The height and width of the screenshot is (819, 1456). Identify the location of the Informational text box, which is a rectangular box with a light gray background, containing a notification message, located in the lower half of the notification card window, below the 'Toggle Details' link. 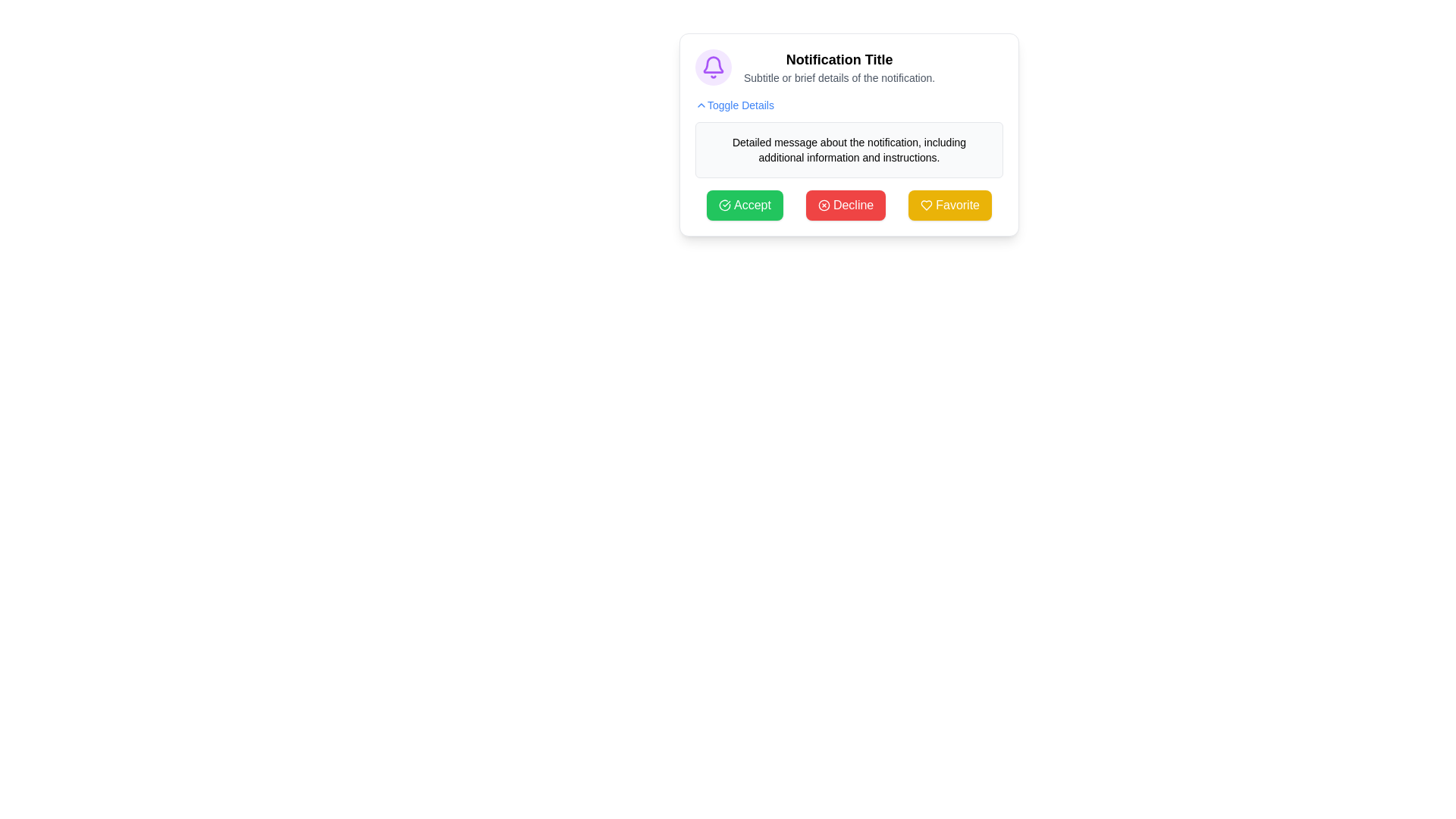
(848, 149).